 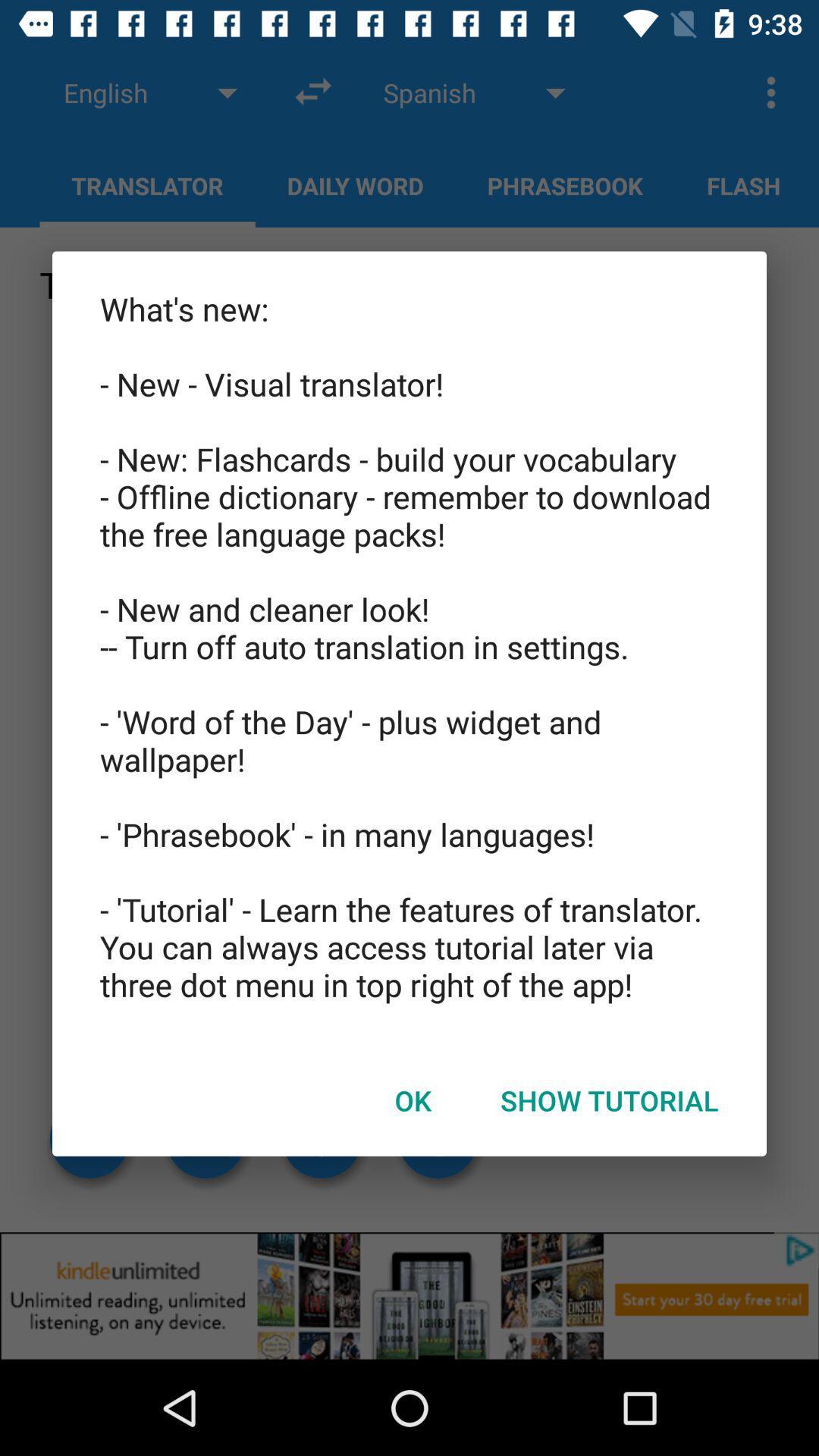 What do you see at coordinates (608, 1100) in the screenshot?
I see `the icon below what s new item` at bounding box center [608, 1100].